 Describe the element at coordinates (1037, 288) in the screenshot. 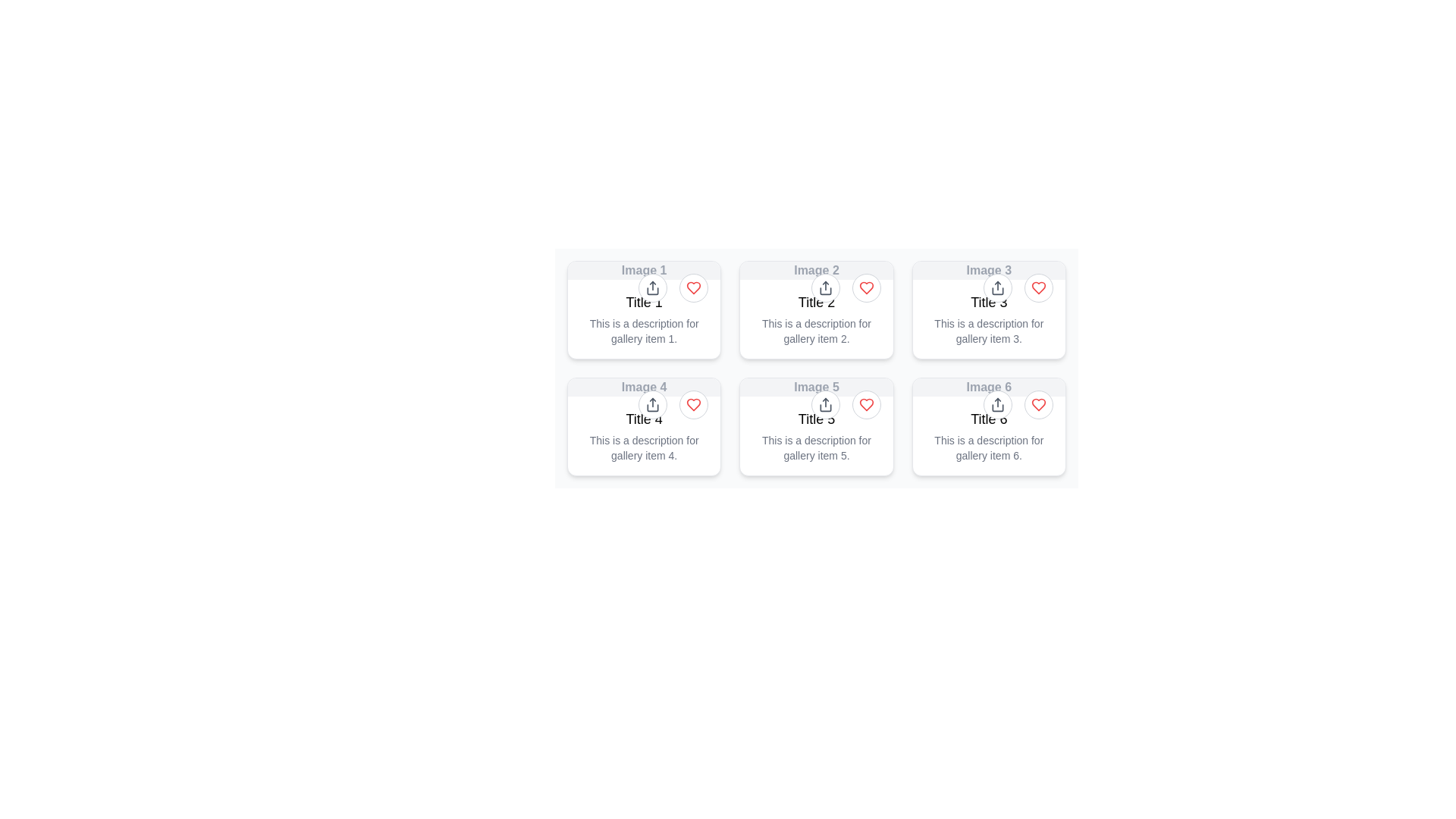

I see `the 'like' button located in the top-right corner of the card labeled 'Title 3' to express liking for the content` at that location.